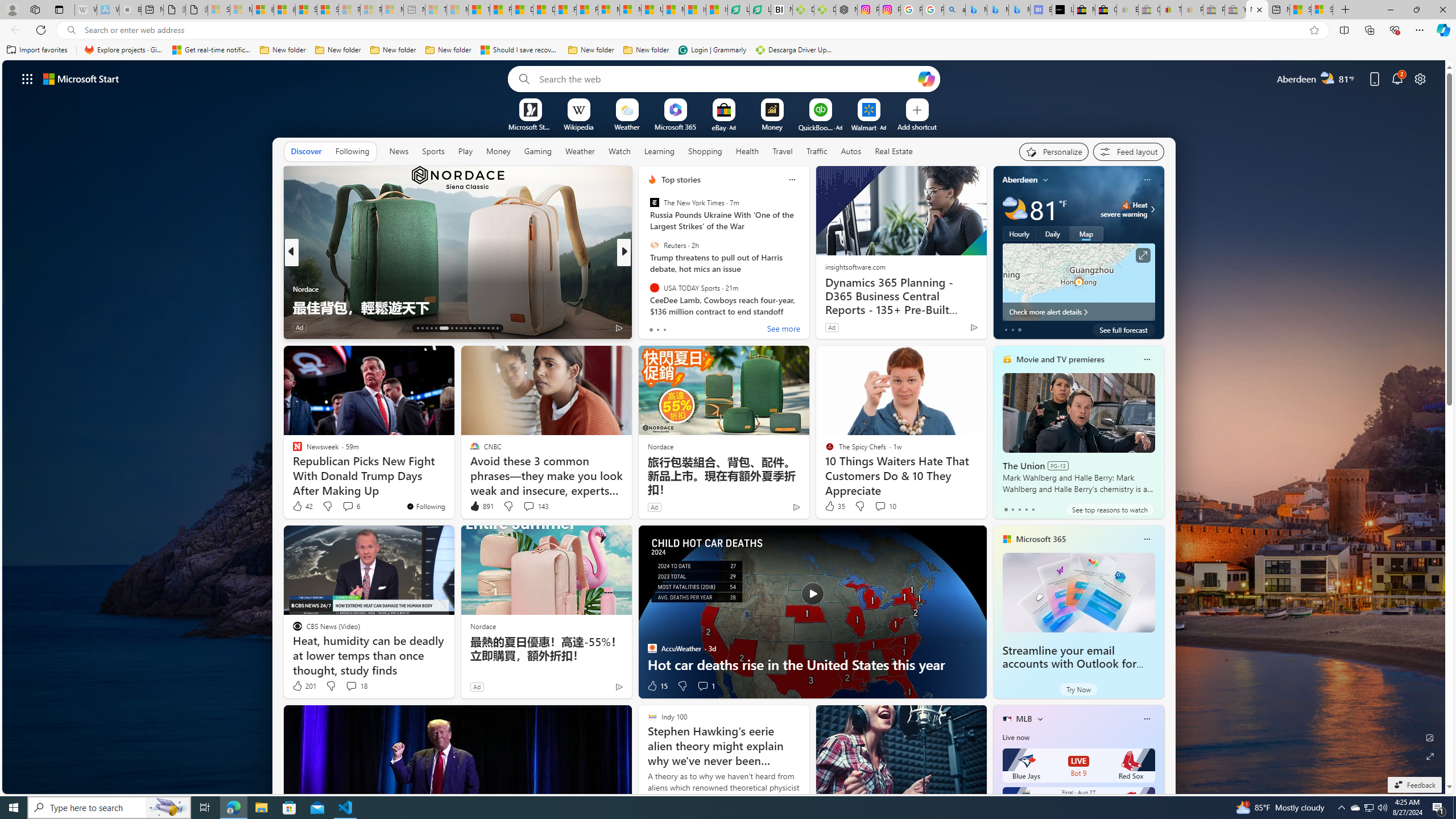  Describe the element at coordinates (1053, 152) in the screenshot. I see `'Personalize your feed"'` at that location.